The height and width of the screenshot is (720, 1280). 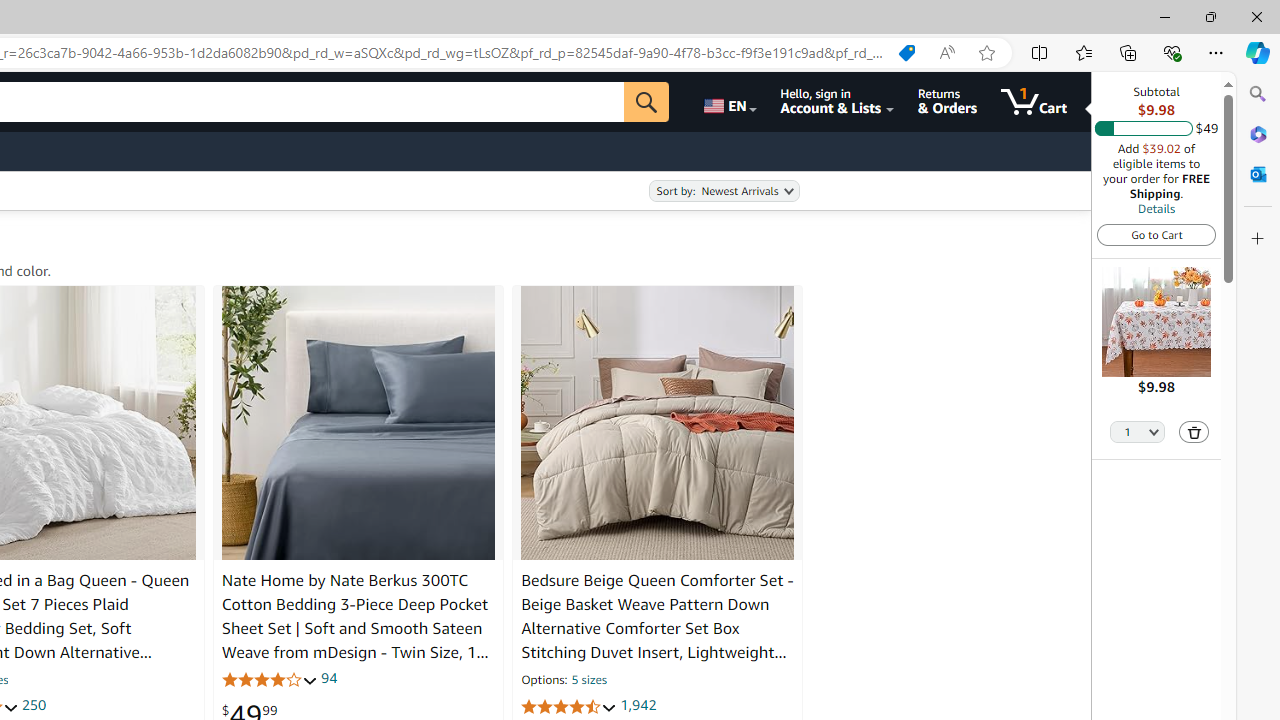 I want to click on 'Delete', so click(x=1194, y=431).